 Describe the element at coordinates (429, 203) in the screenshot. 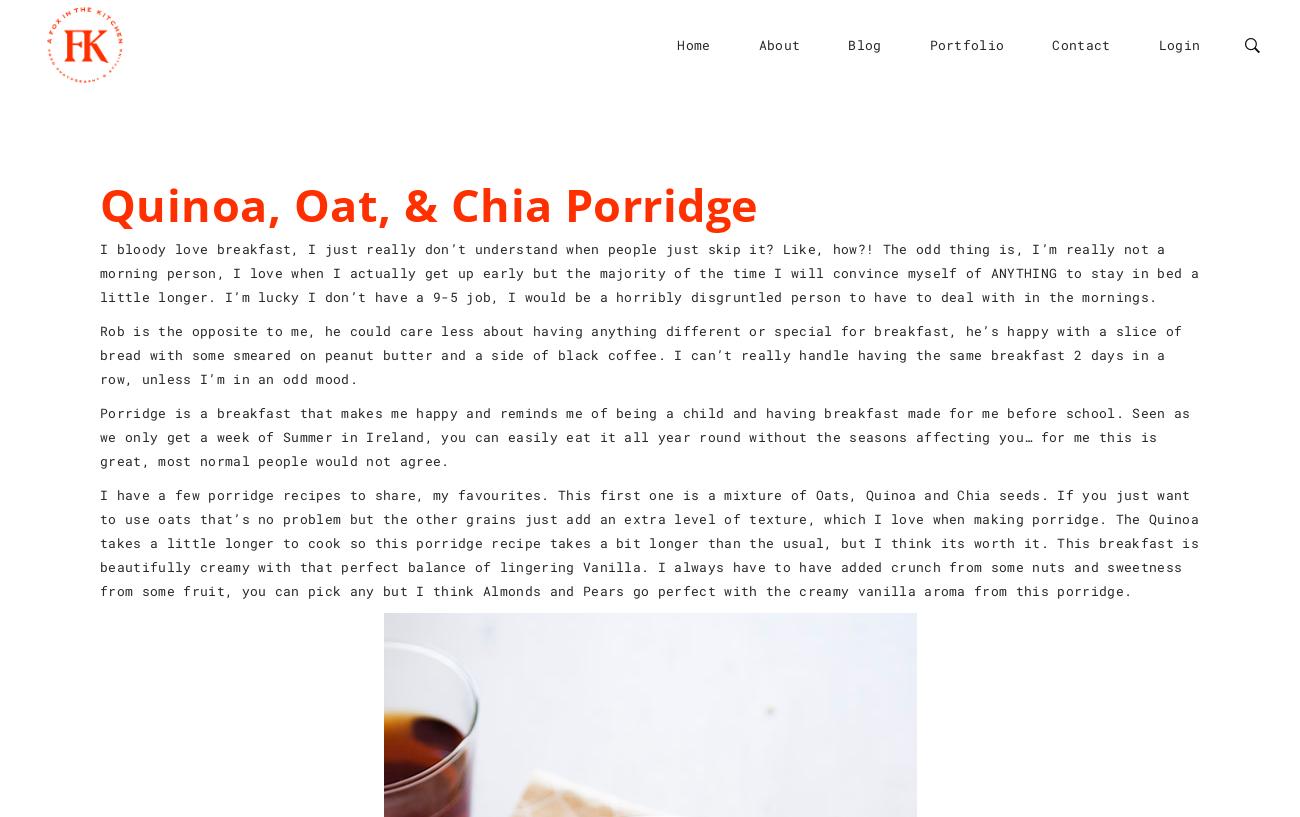

I see `'Quinoa, Oat, & Chia Porridge'` at that location.